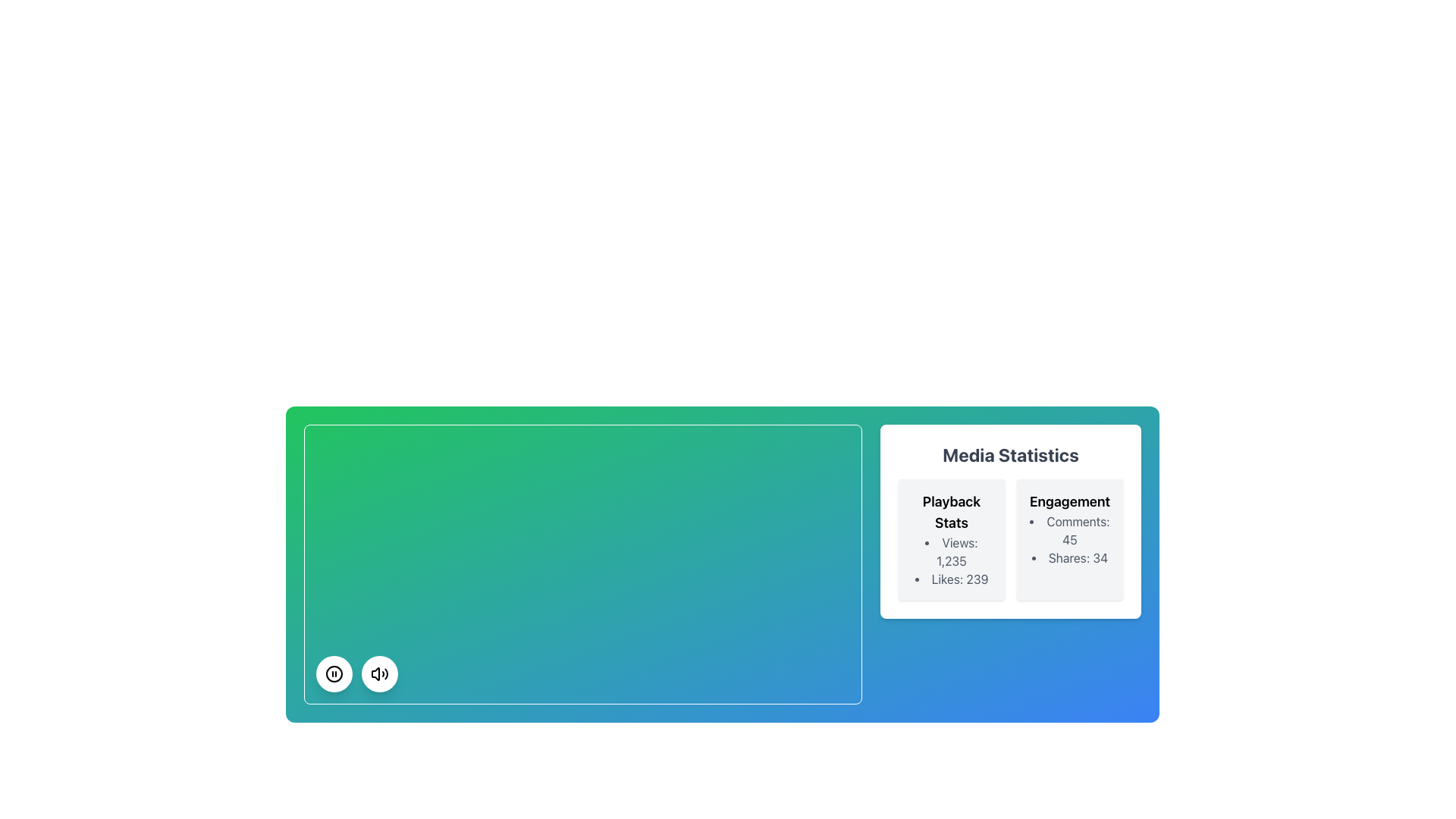  I want to click on the Text Label that serves as a heading for the engagement statistics section, located in the top-right quadrant under the 'Media Statistics' section, so click(1069, 502).